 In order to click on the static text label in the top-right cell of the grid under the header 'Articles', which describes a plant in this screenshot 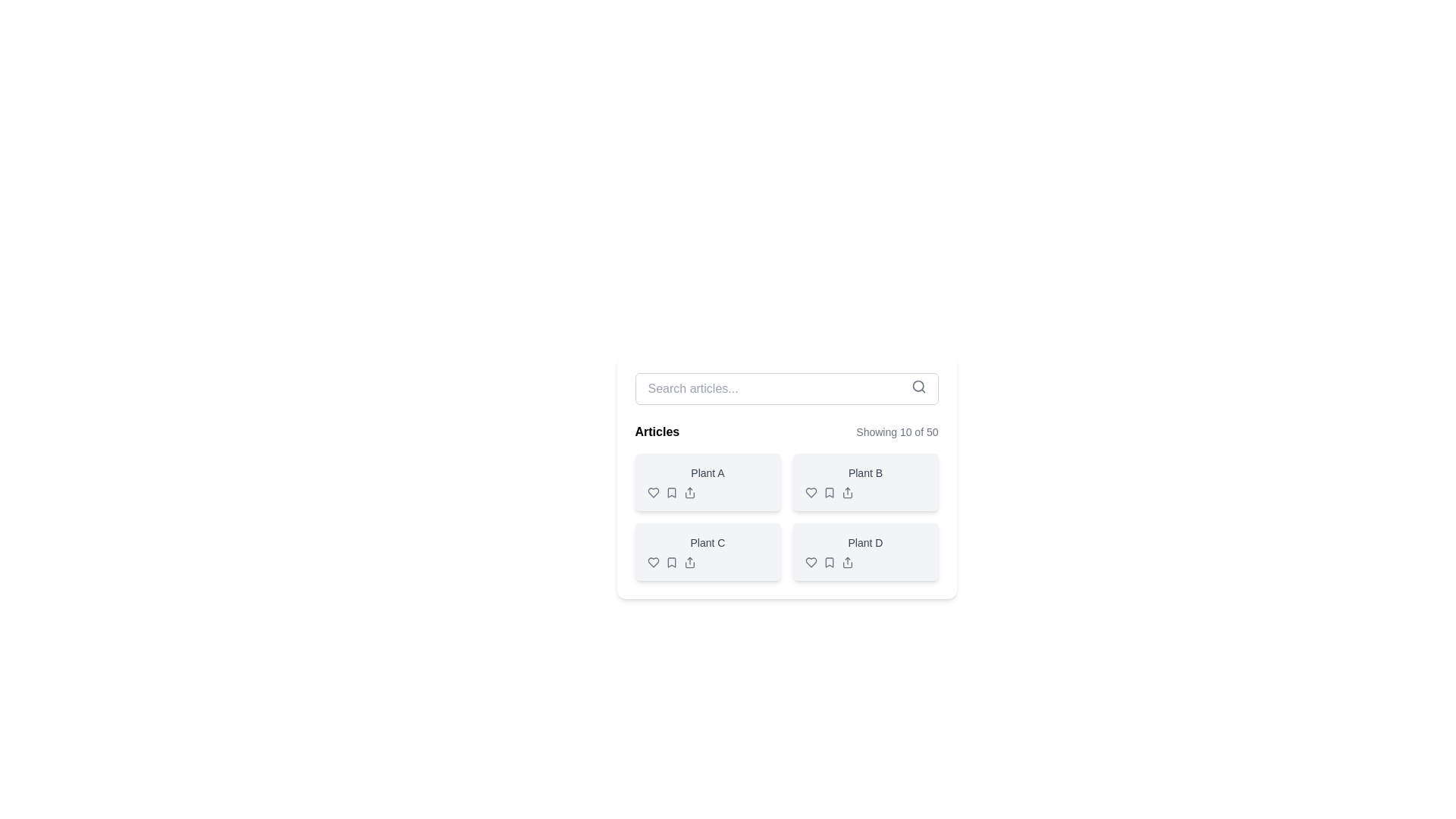, I will do `click(865, 472)`.